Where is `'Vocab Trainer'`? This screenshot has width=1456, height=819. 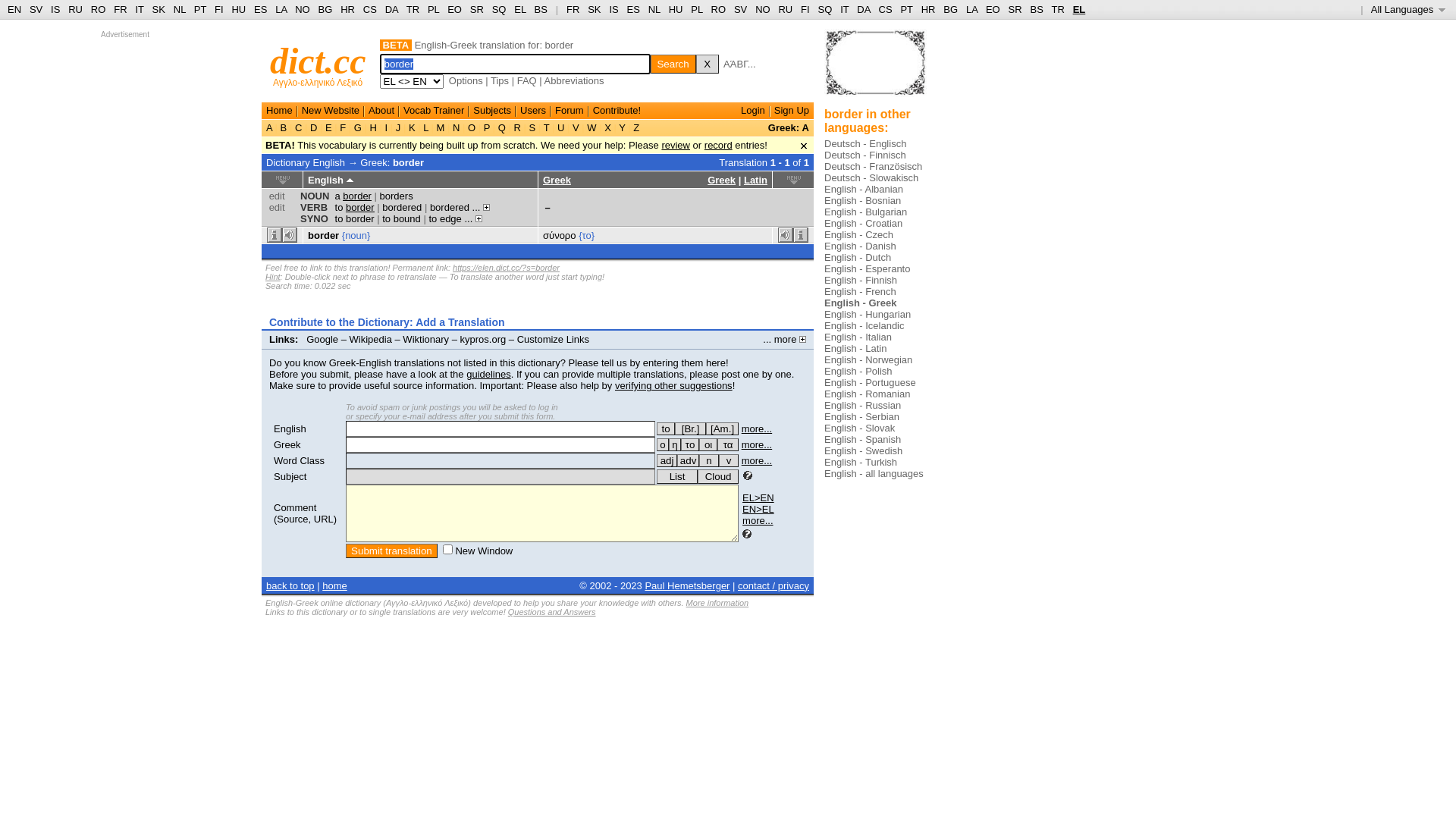 'Vocab Trainer' is located at coordinates (432, 109).